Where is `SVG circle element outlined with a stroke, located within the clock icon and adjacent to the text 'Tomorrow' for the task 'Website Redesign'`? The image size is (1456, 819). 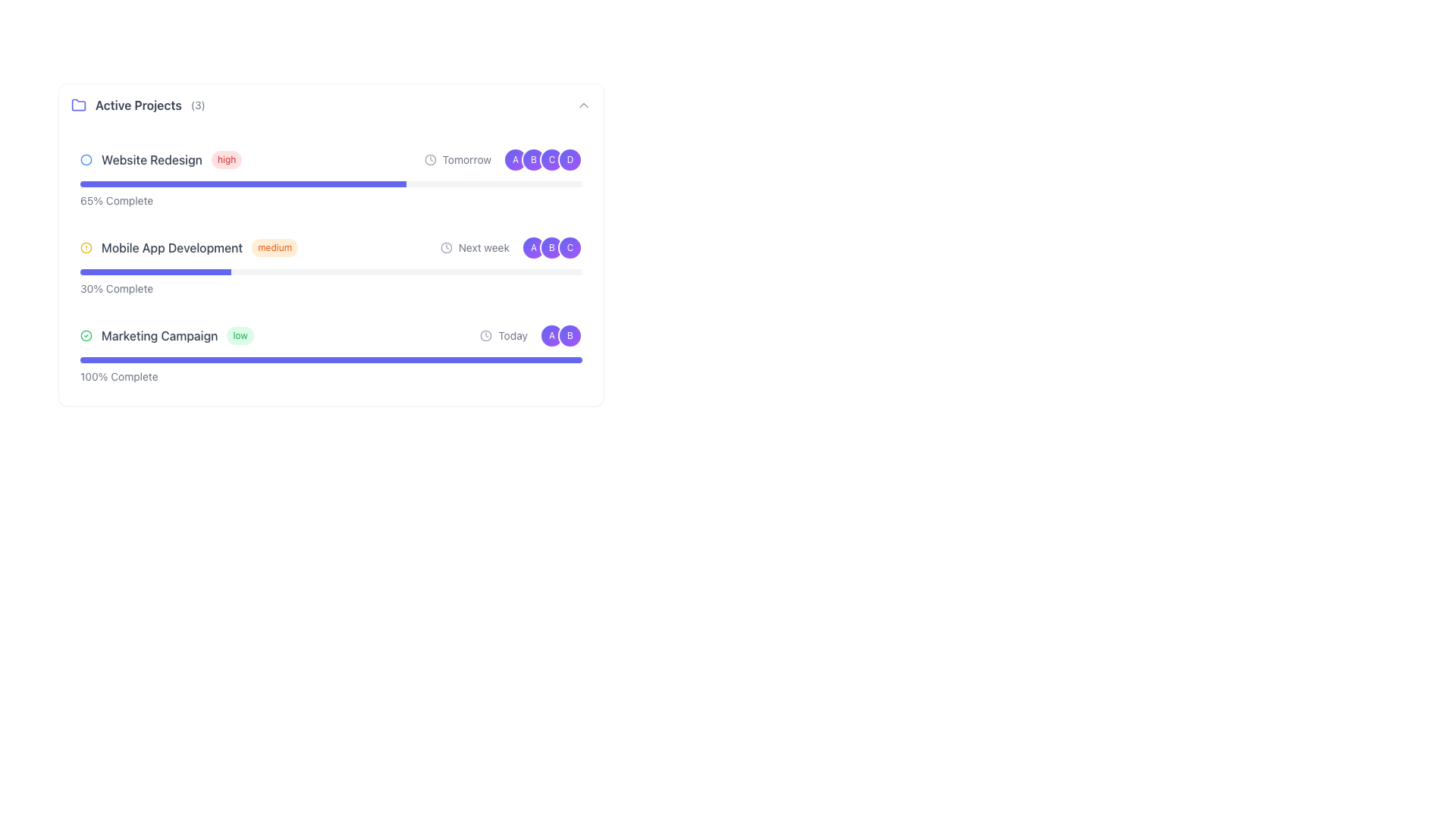 SVG circle element outlined with a stroke, located within the clock icon and adjacent to the text 'Tomorrow' for the task 'Website Redesign' is located at coordinates (429, 160).